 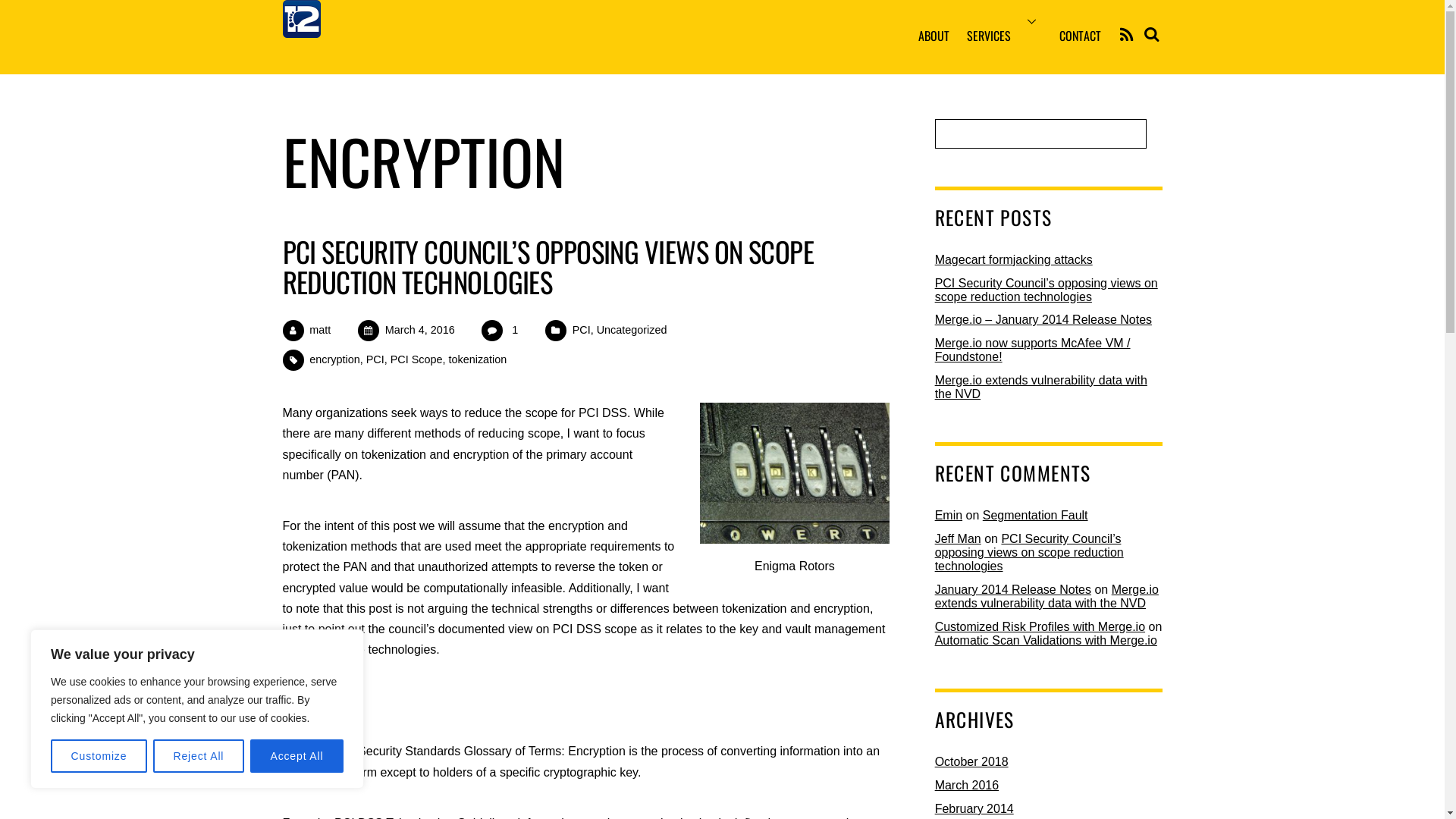 What do you see at coordinates (957, 538) in the screenshot?
I see `'Jeff Man'` at bounding box center [957, 538].